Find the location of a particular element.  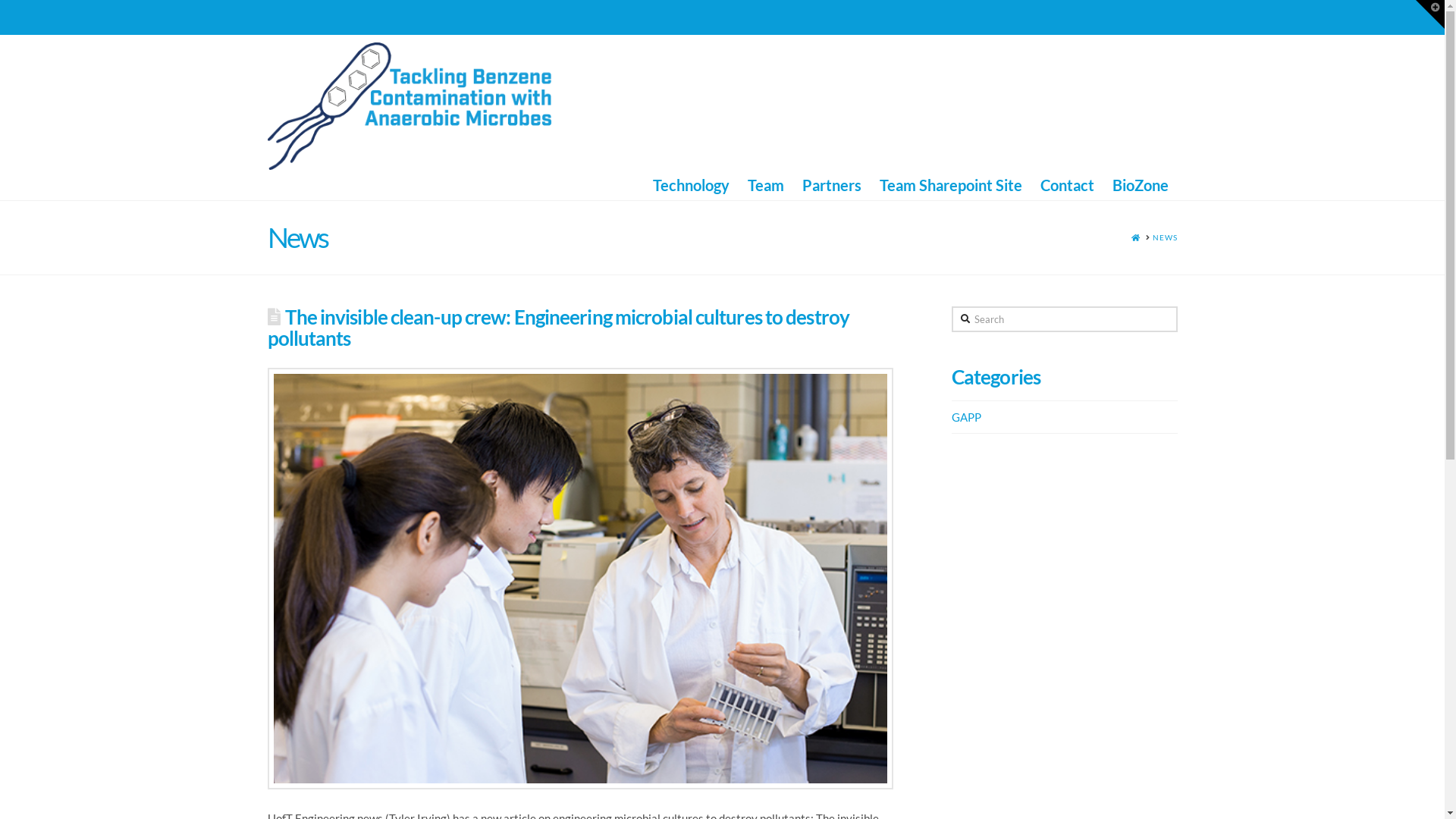

'HOME' is located at coordinates (1135, 237).